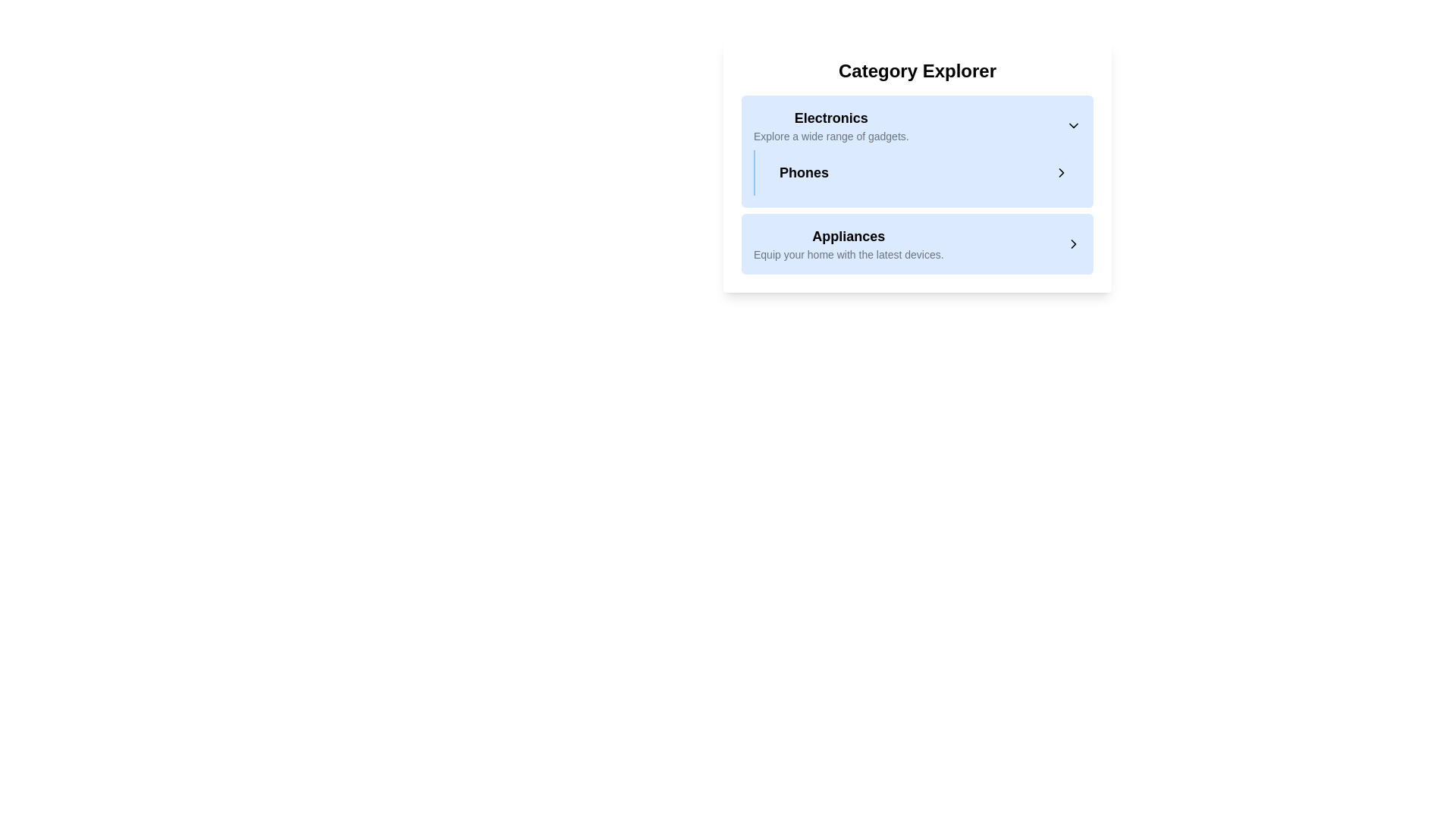  What do you see at coordinates (1073, 124) in the screenshot?
I see `the dropdown icon on the far right side of the 'Electronics' category section` at bounding box center [1073, 124].